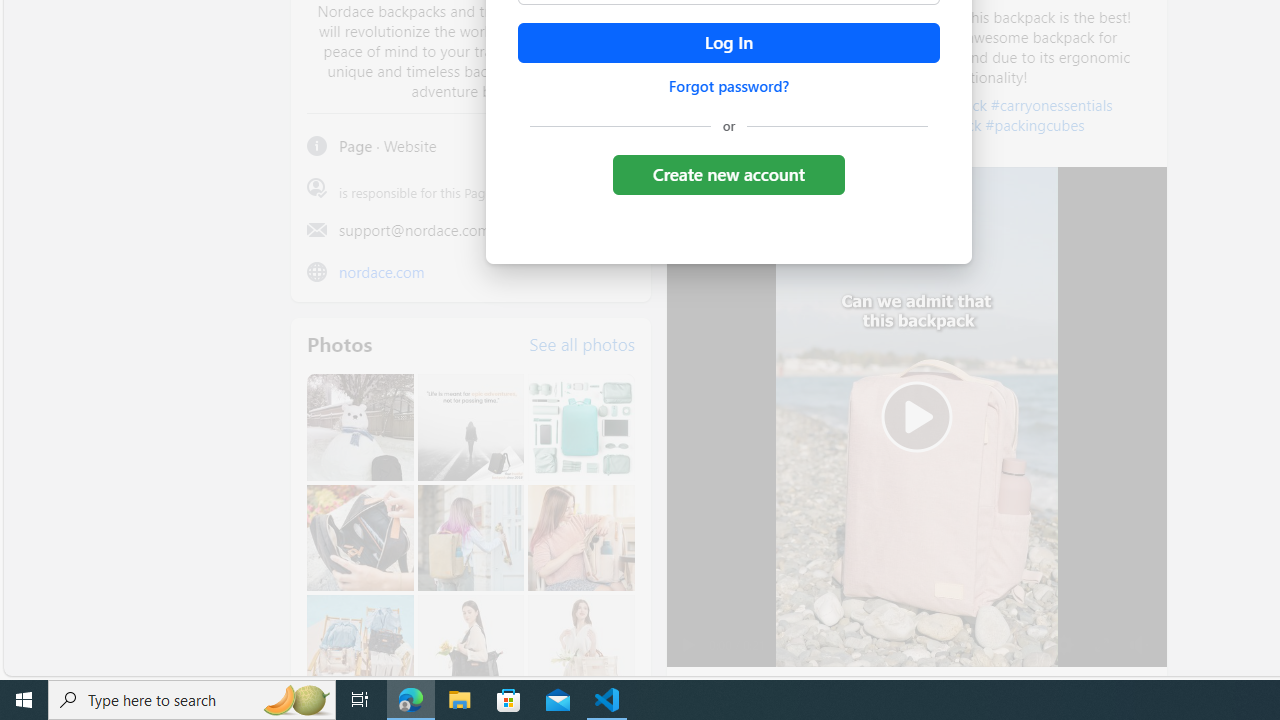  Describe the element at coordinates (727, 85) in the screenshot. I see `'Forgot password?'` at that location.